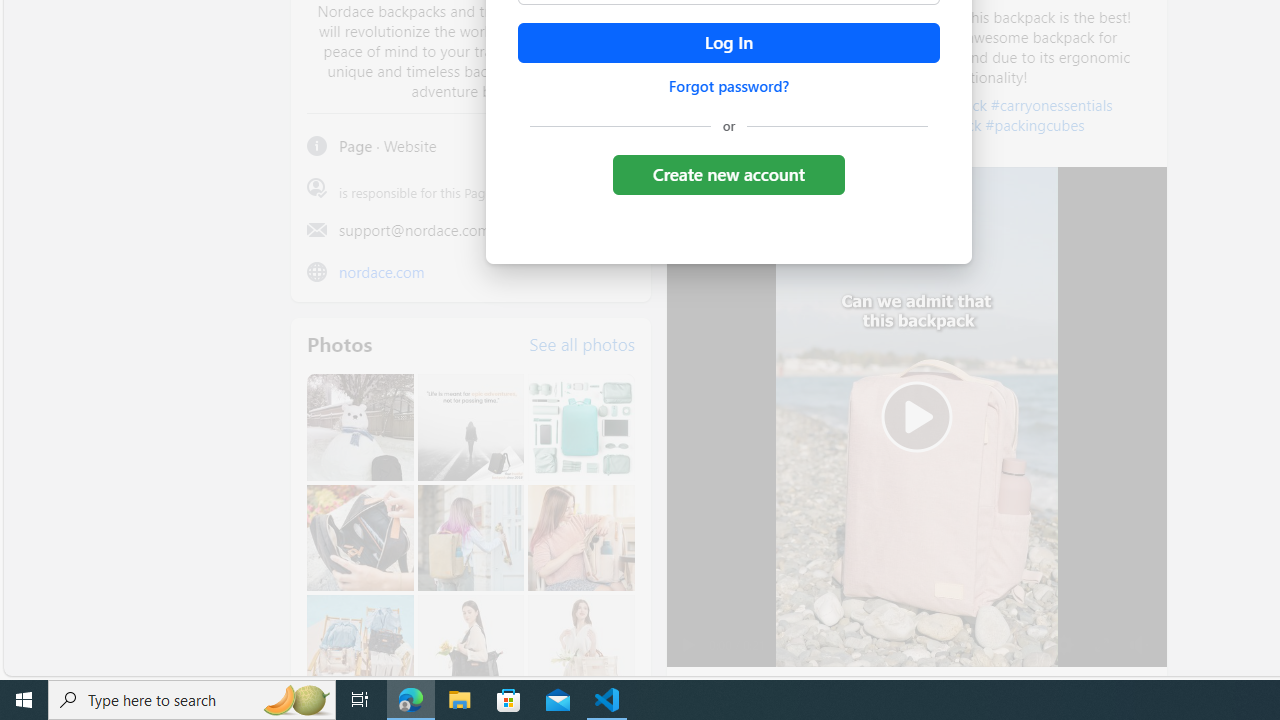  Describe the element at coordinates (727, 85) in the screenshot. I see `'Forgot password?'` at that location.